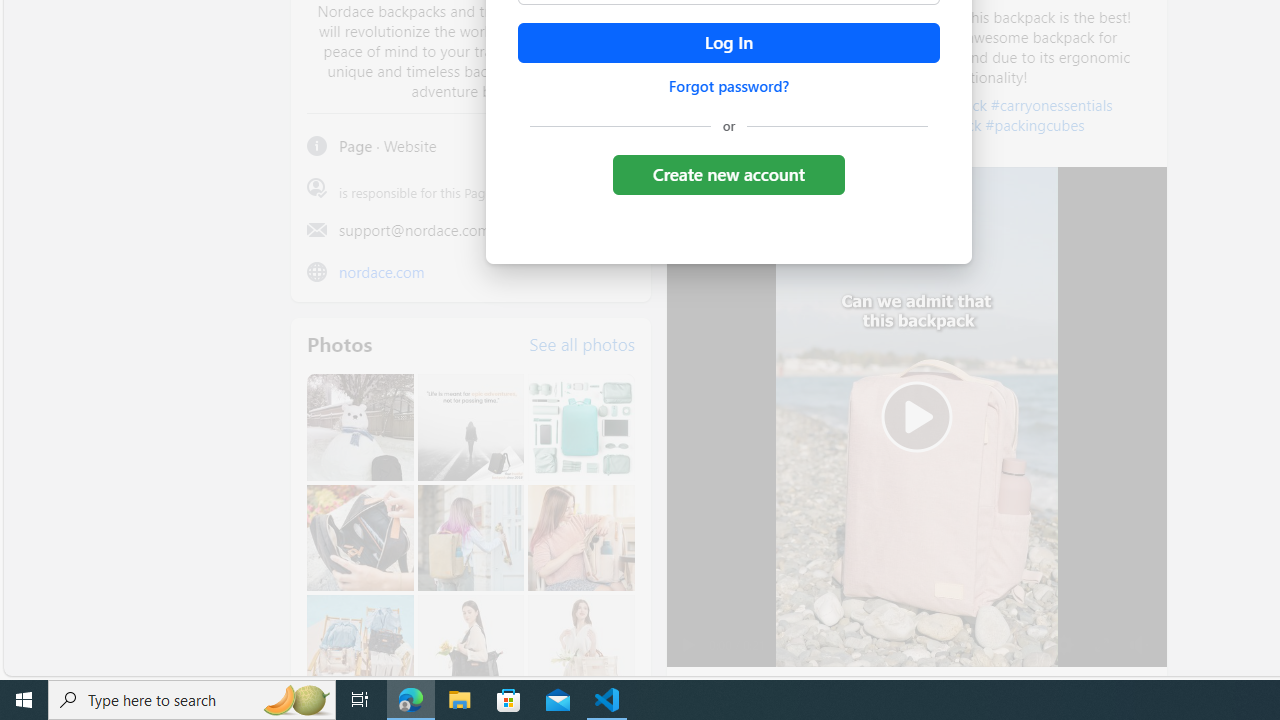  Describe the element at coordinates (727, 85) in the screenshot. I see `'Forgot password?'` at that location.